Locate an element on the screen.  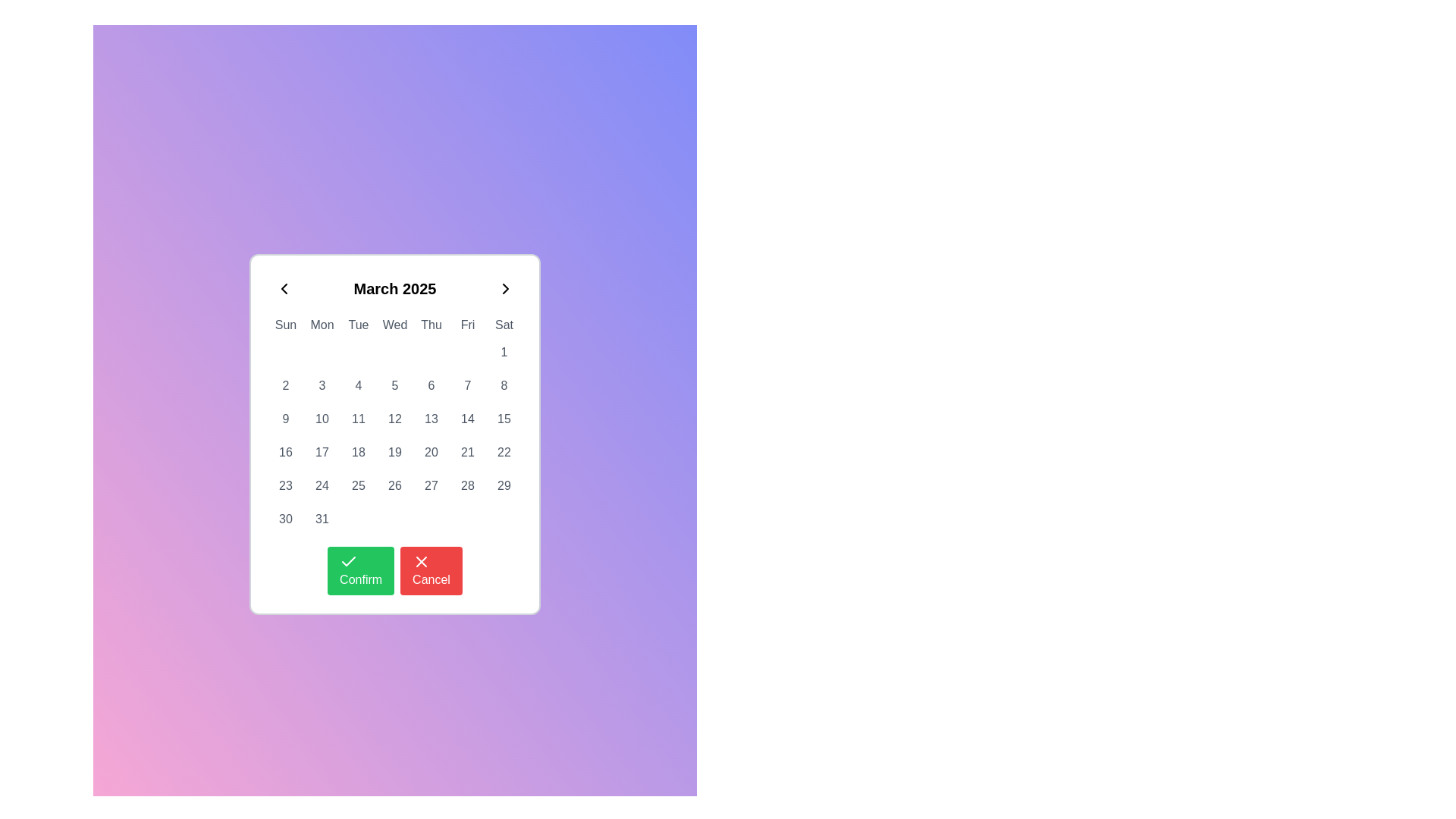
the decorative marker located under the 'Wed' column in the second row of the calendar grid layout is located at coordinates (395, 353).